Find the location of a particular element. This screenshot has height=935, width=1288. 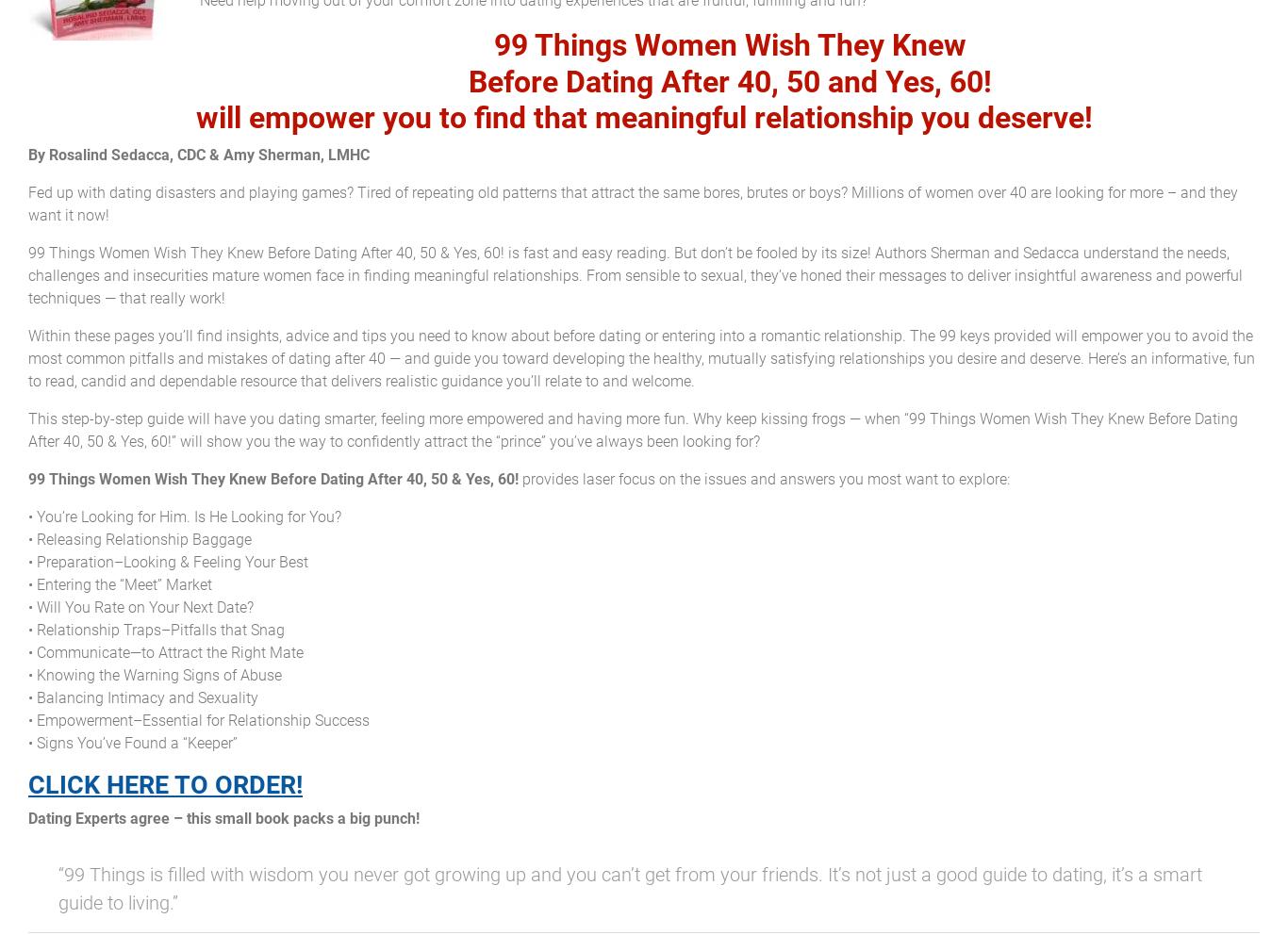

'• Knowing the Warning Signs of Abuse' is located at coordinates (154, 674).